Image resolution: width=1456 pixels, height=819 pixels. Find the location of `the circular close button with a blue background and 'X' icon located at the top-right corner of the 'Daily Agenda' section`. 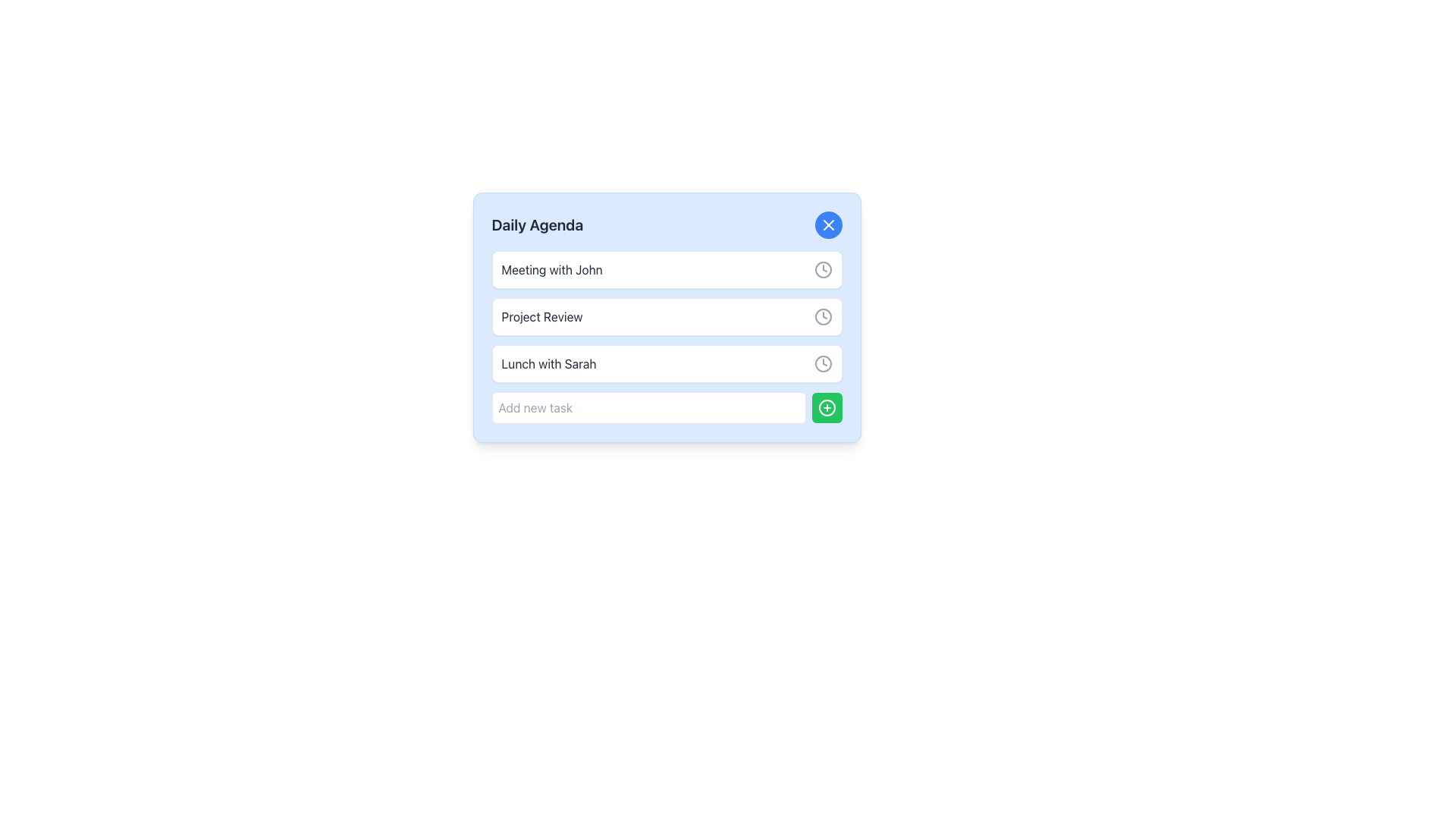

the circular close button with a blue background and 'X' icon located at the top-right corner of the 'Daily Agenda' section is located at coordinates (827, 225).